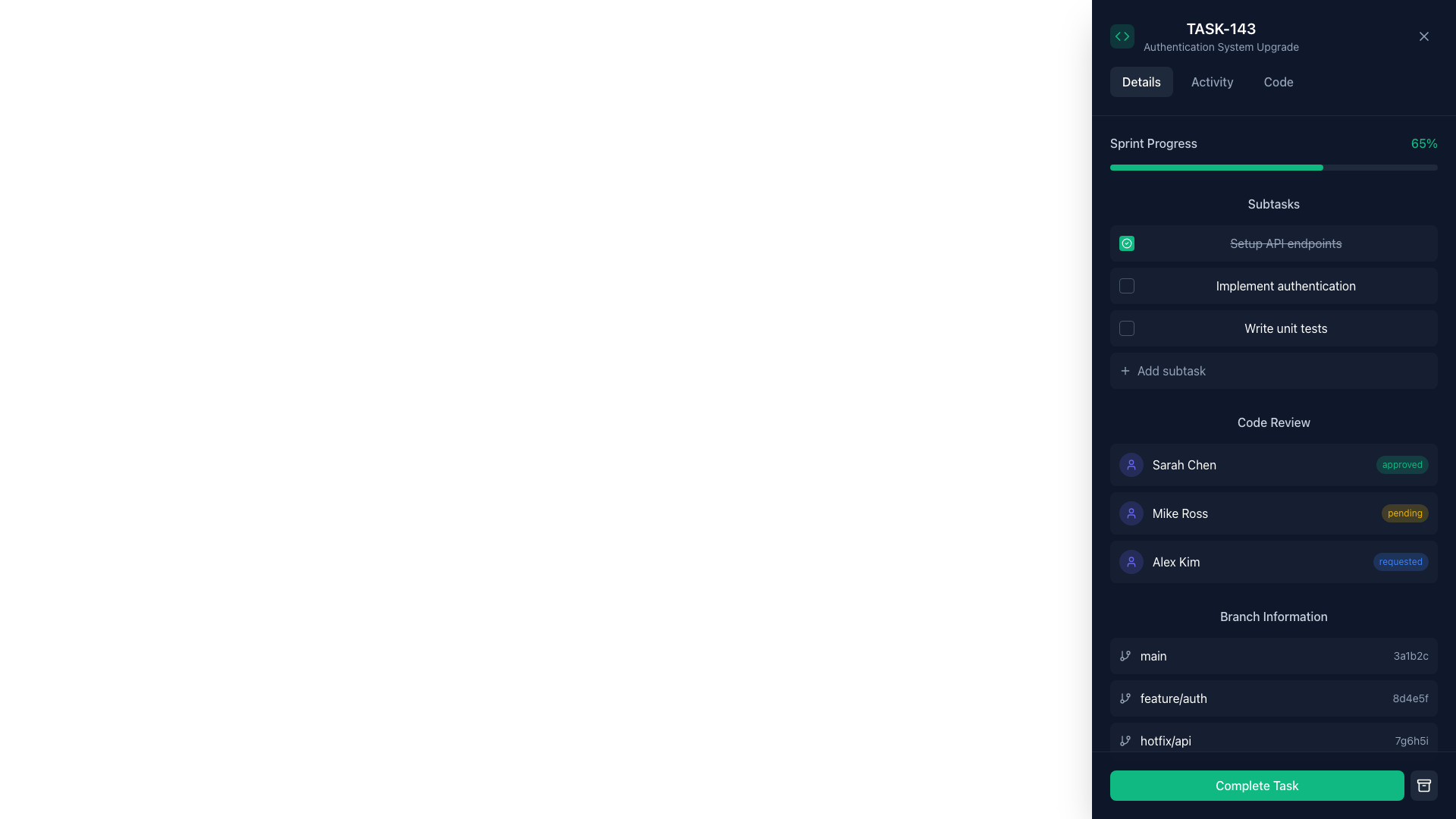 This screenshot has height=819, width=1456. What do you see at coordinates (1131, 464) in the screenshot?
I see `the circular Avatar or profile picture placeholder with a semi-transparent indigo background and a user silhouette icon, located to the left of the text 'Sarah Chen'` at bounding box center [1131, 464].